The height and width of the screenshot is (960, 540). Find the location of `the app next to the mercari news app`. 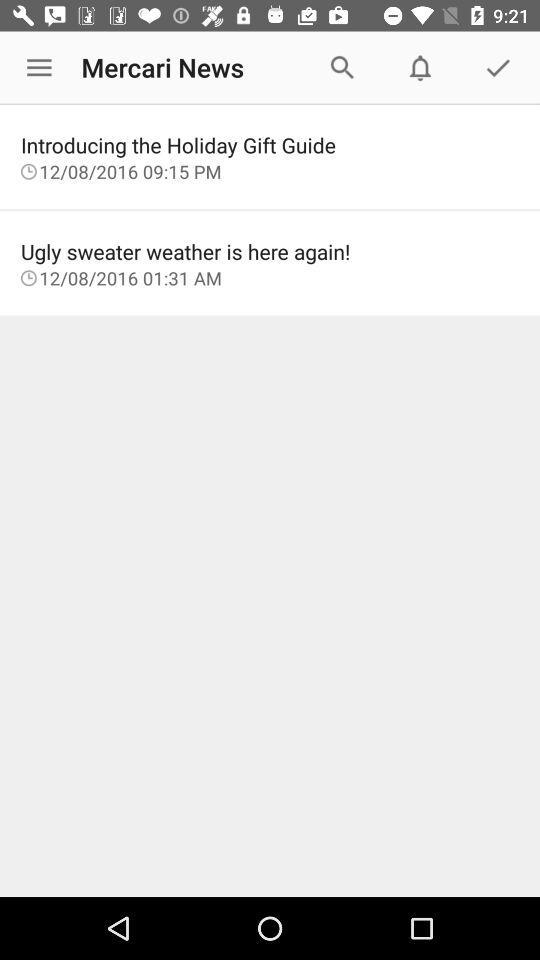

the app next to the mercari news app is located at coordinates (39, 68).